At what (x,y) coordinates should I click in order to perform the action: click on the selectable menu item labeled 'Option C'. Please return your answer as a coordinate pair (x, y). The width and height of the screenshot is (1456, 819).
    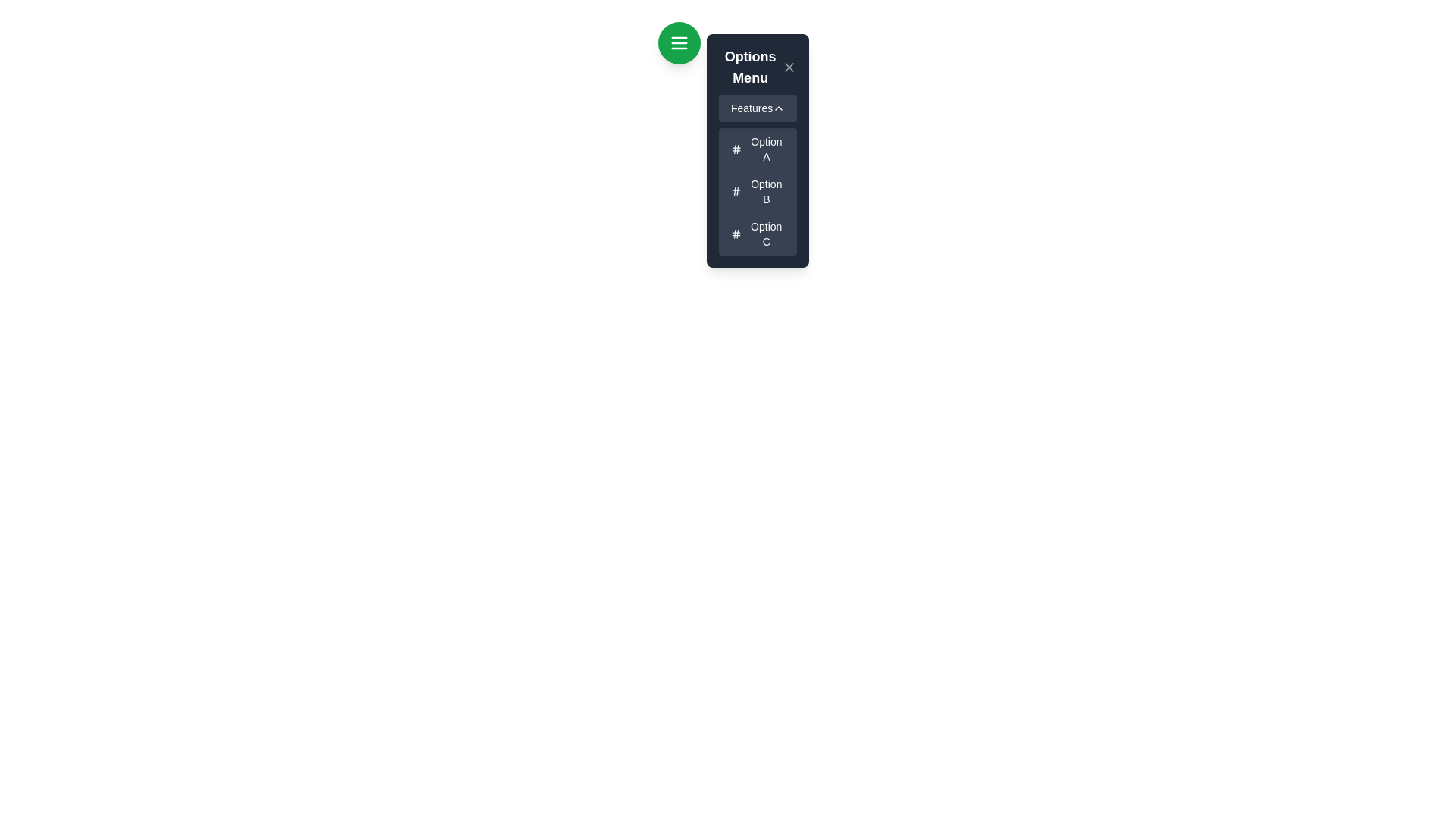
    Looking at the image, I should click on (758, 234).